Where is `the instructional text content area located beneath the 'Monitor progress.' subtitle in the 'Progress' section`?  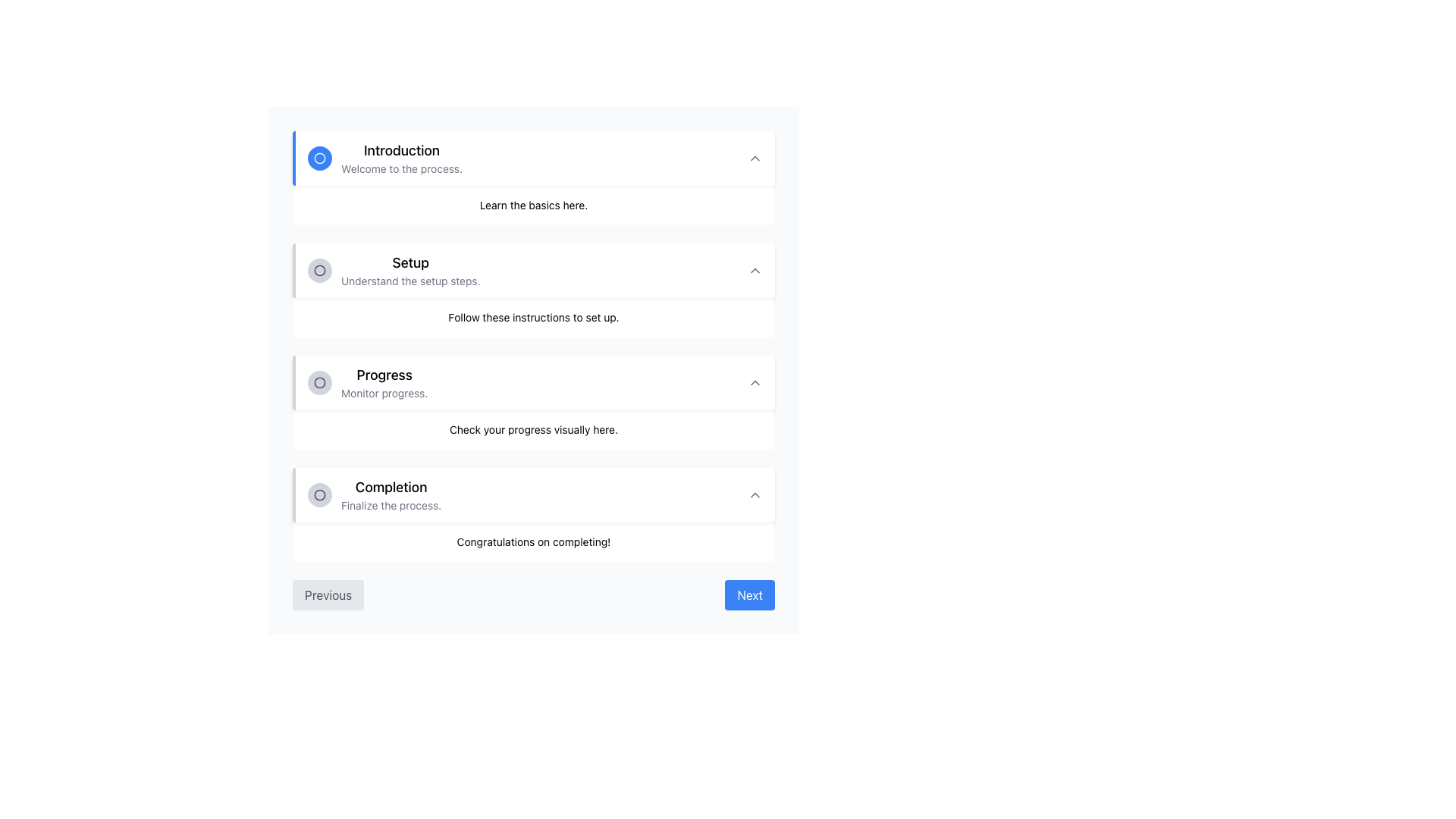
the instructional text content area located beneath the 'Monitor progress.' subtitle in the 'Progress' section is located at coordinates (534, 430).